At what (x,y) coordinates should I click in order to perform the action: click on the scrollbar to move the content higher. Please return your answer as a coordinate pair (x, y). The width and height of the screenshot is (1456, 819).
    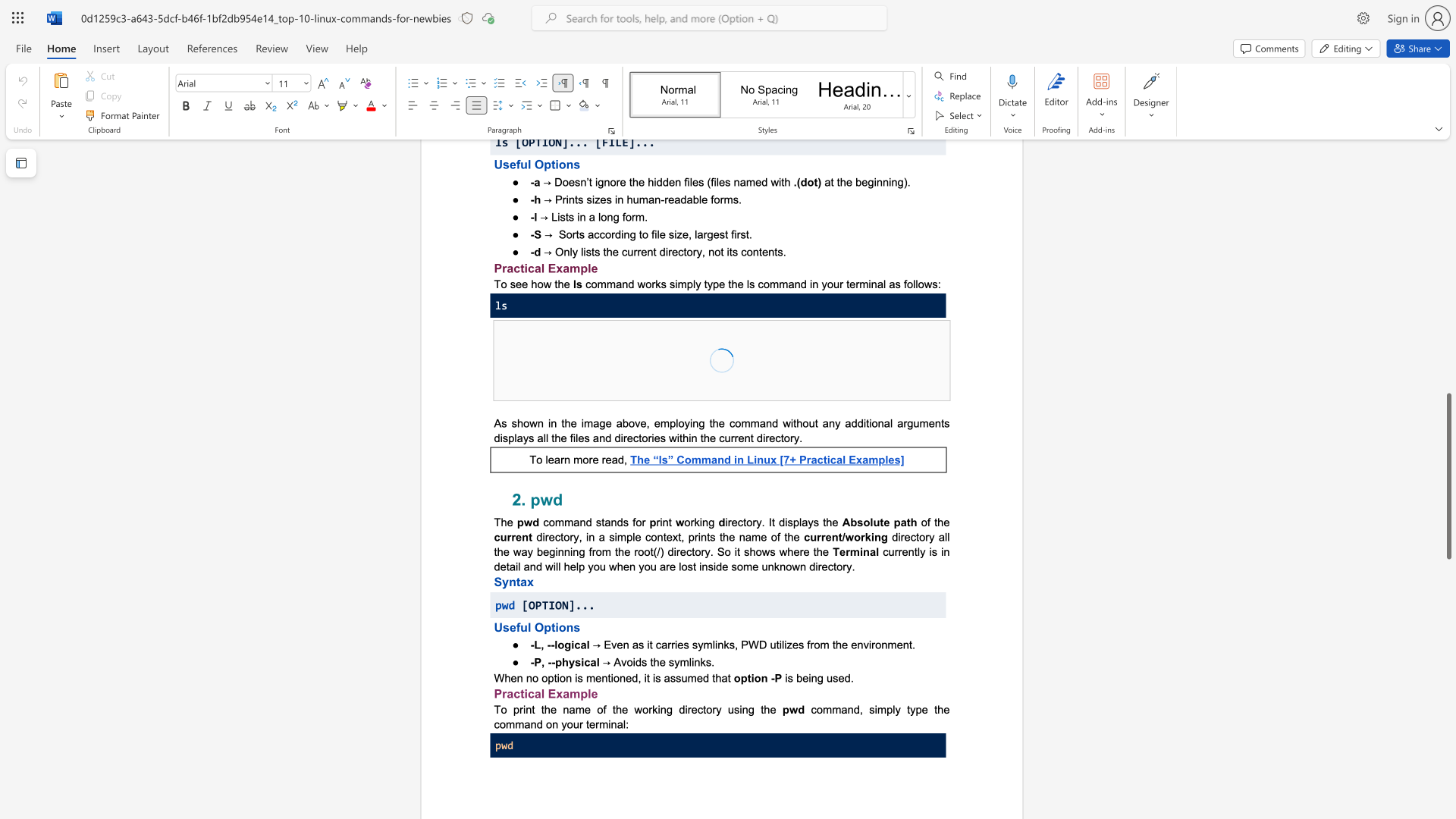
    Looking at the image, I should click on (1448, 454).